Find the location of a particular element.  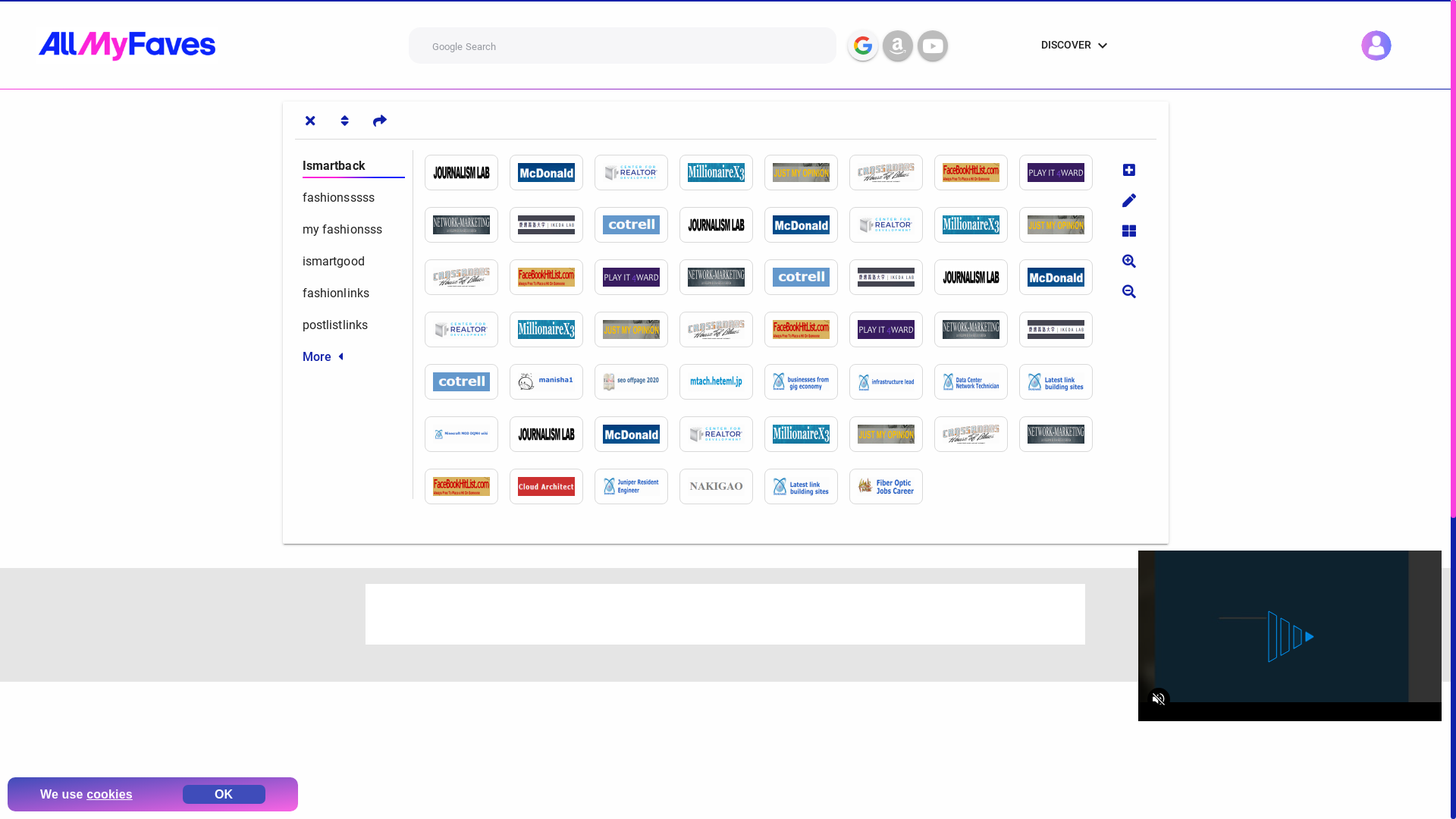

'Amazon Search' is located at coordinates (898, 45).